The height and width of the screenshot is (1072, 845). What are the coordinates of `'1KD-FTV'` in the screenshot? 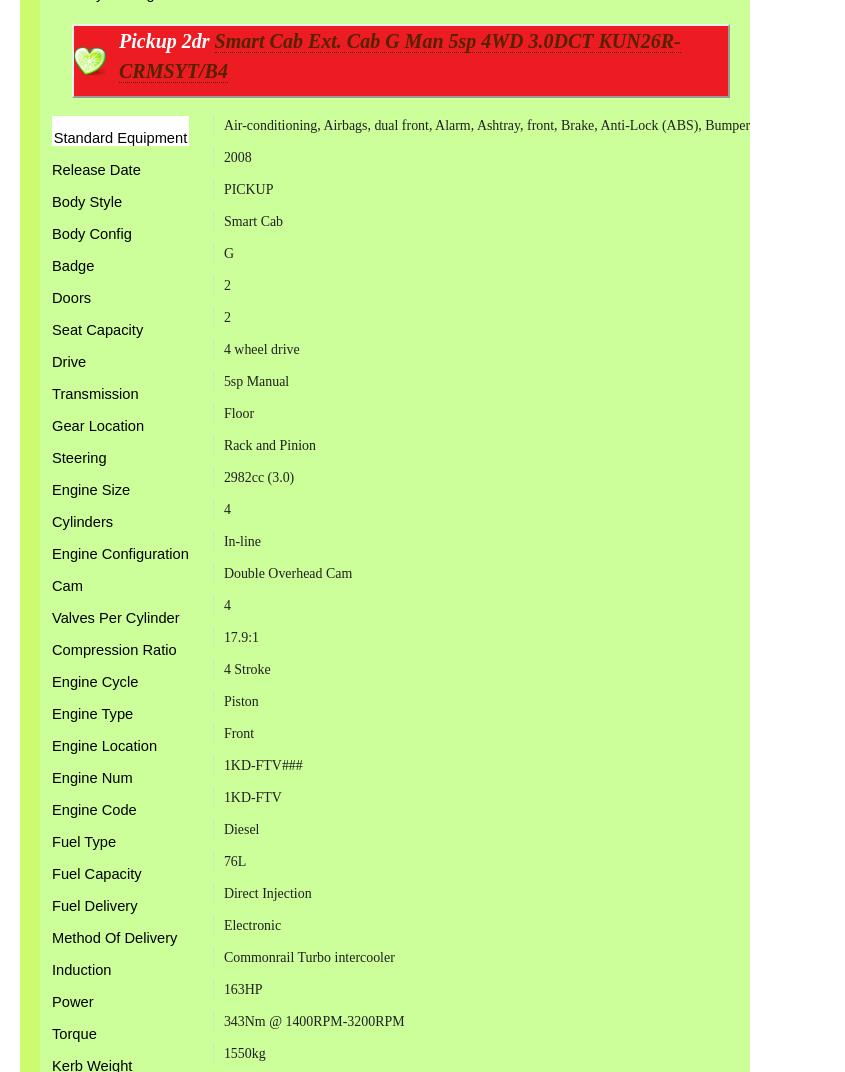 It's located at (250, 797).